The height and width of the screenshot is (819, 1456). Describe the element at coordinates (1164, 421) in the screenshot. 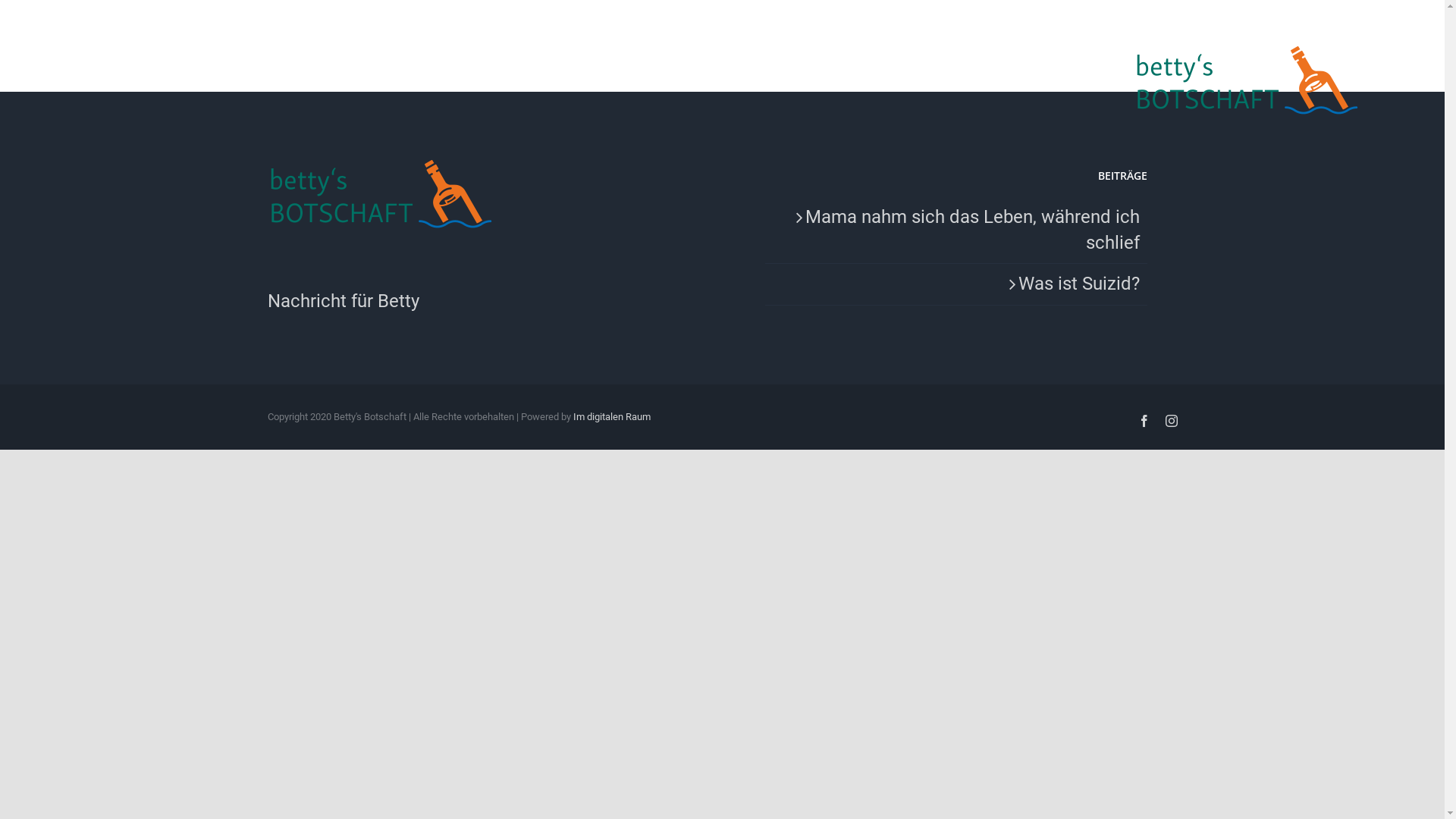

I see `'Instagram'` at that location.